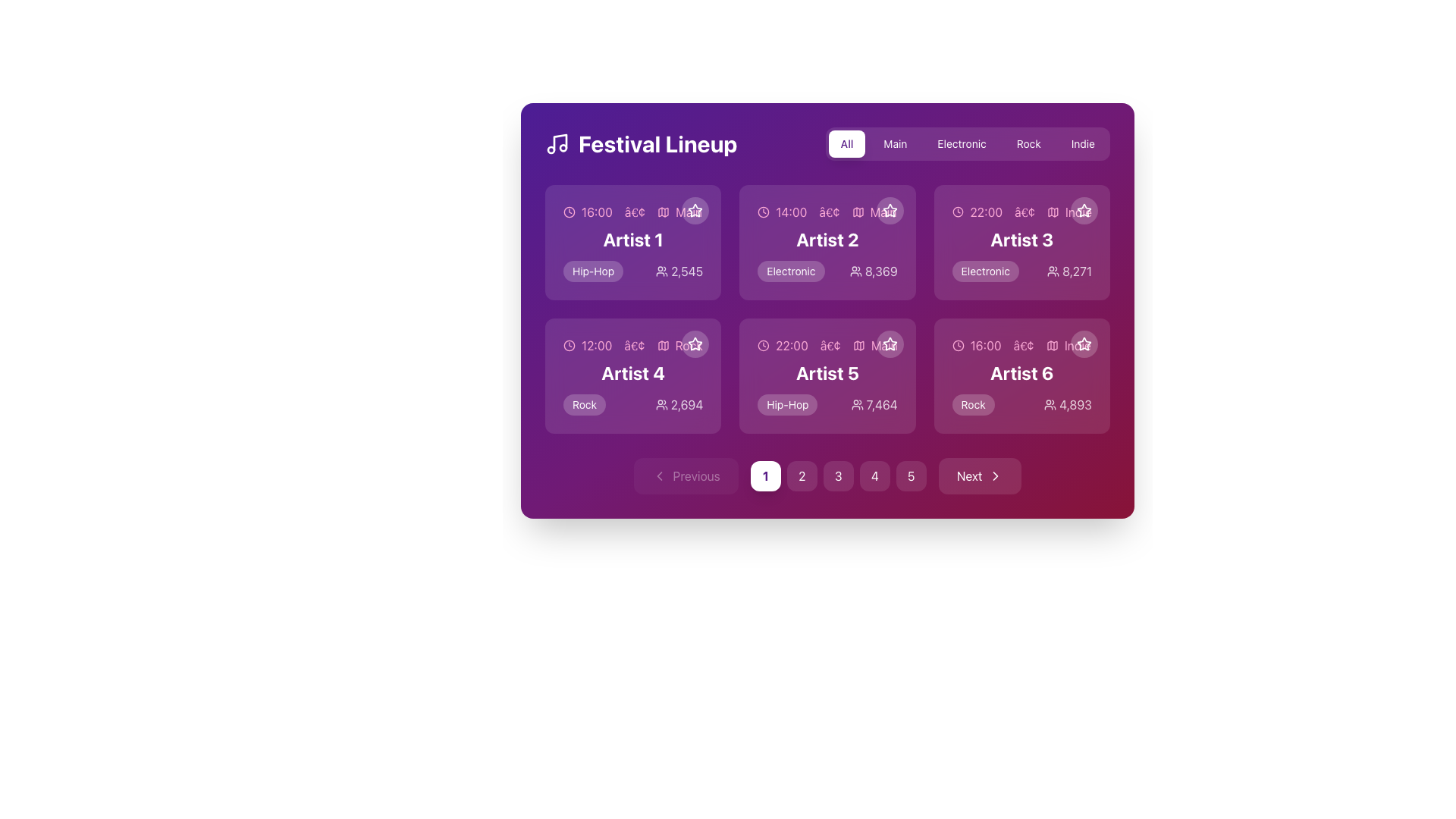 The image size is (1456, 819). I want to click on the clock icon located at the top-left corner of the content box labeled 'Artist 6', adjacent to the text '16:00', so click(957, 345).